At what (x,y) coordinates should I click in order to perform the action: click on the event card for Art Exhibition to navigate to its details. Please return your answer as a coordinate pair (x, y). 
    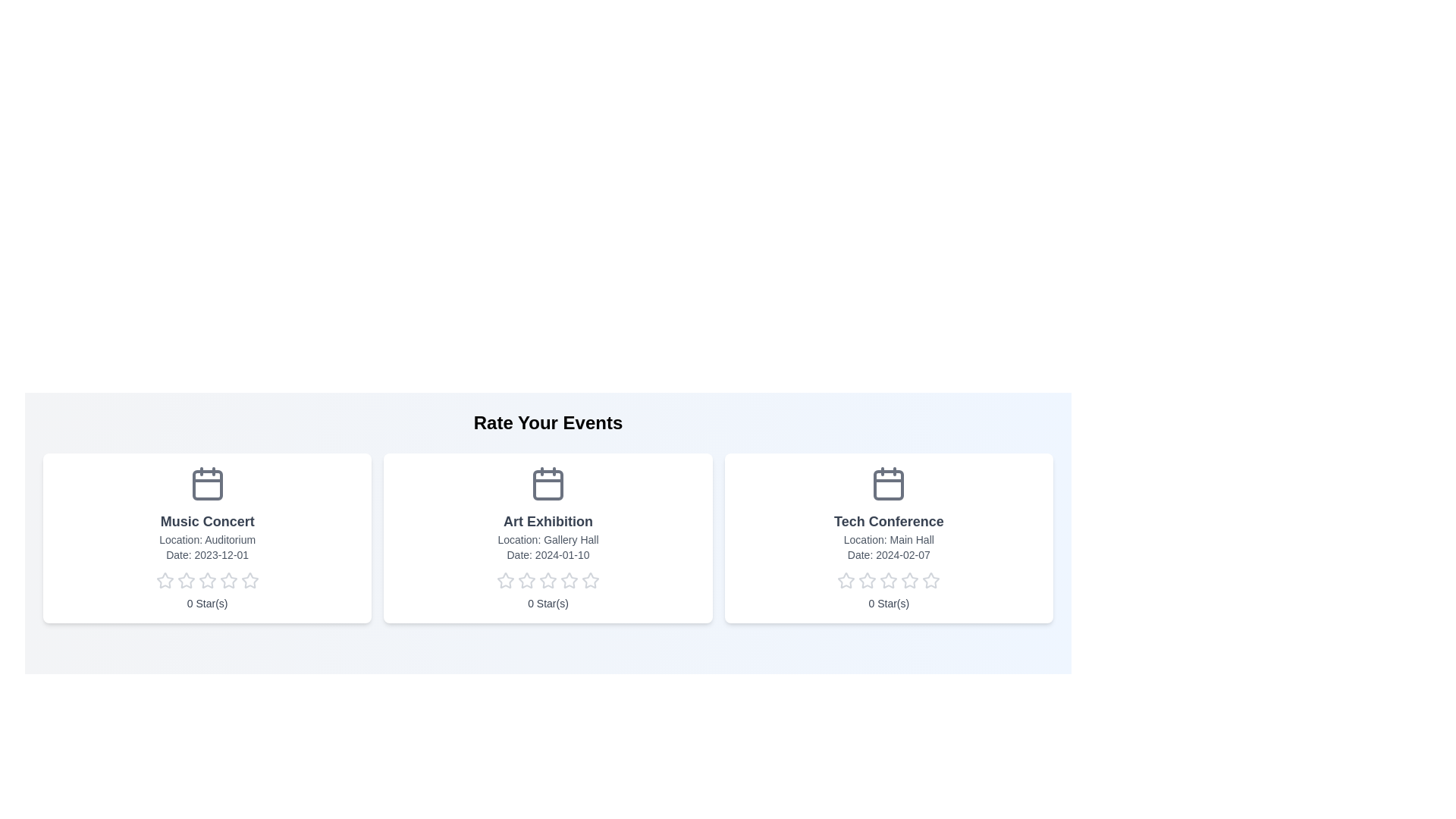
    Looking at the image, I should click on (548, 537).